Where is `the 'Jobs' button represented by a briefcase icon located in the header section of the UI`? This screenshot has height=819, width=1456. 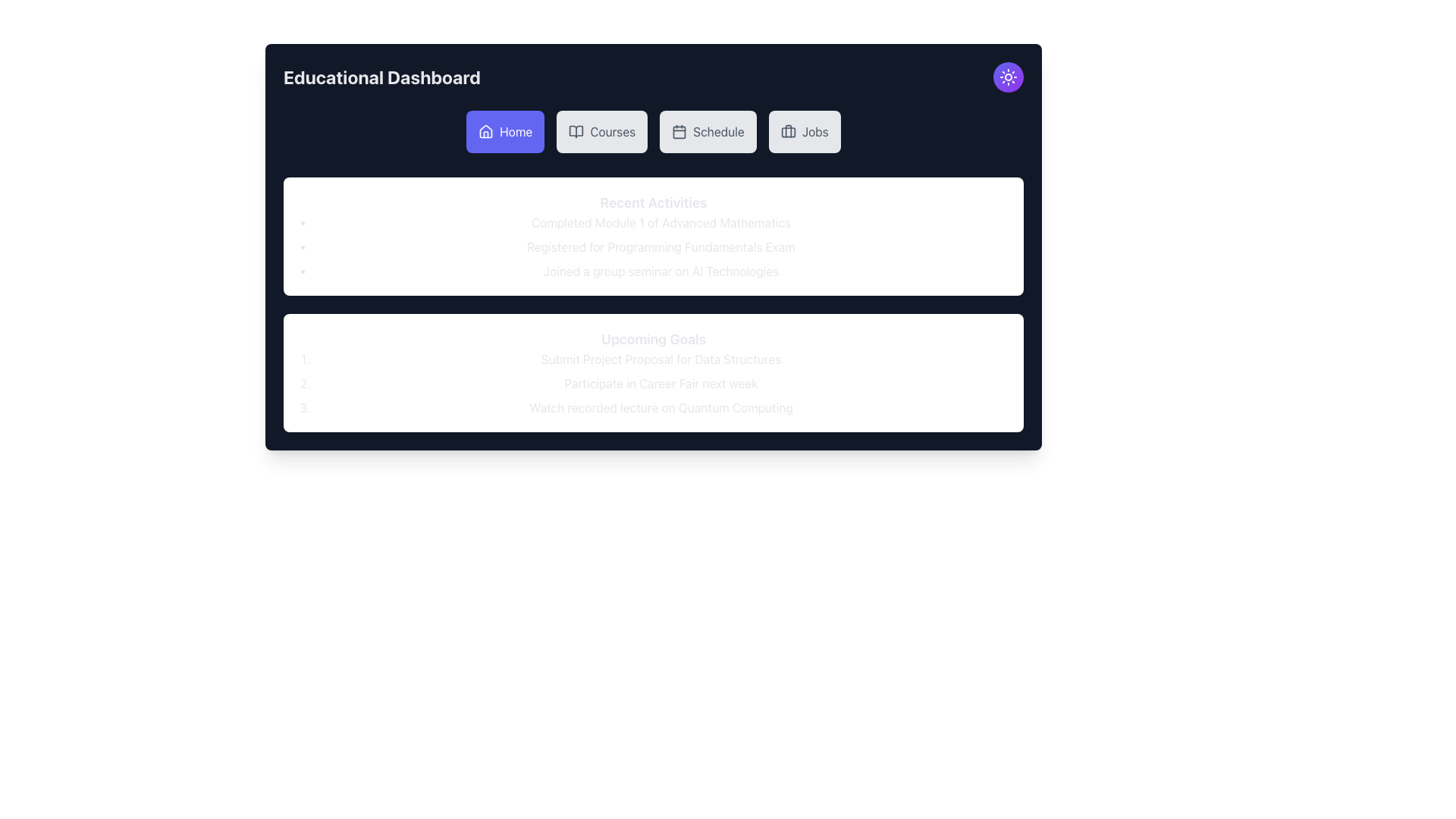 the 'Jobs' button represented by a briefcase icon located in the header section of the UI is located at coordinates (788, 130).